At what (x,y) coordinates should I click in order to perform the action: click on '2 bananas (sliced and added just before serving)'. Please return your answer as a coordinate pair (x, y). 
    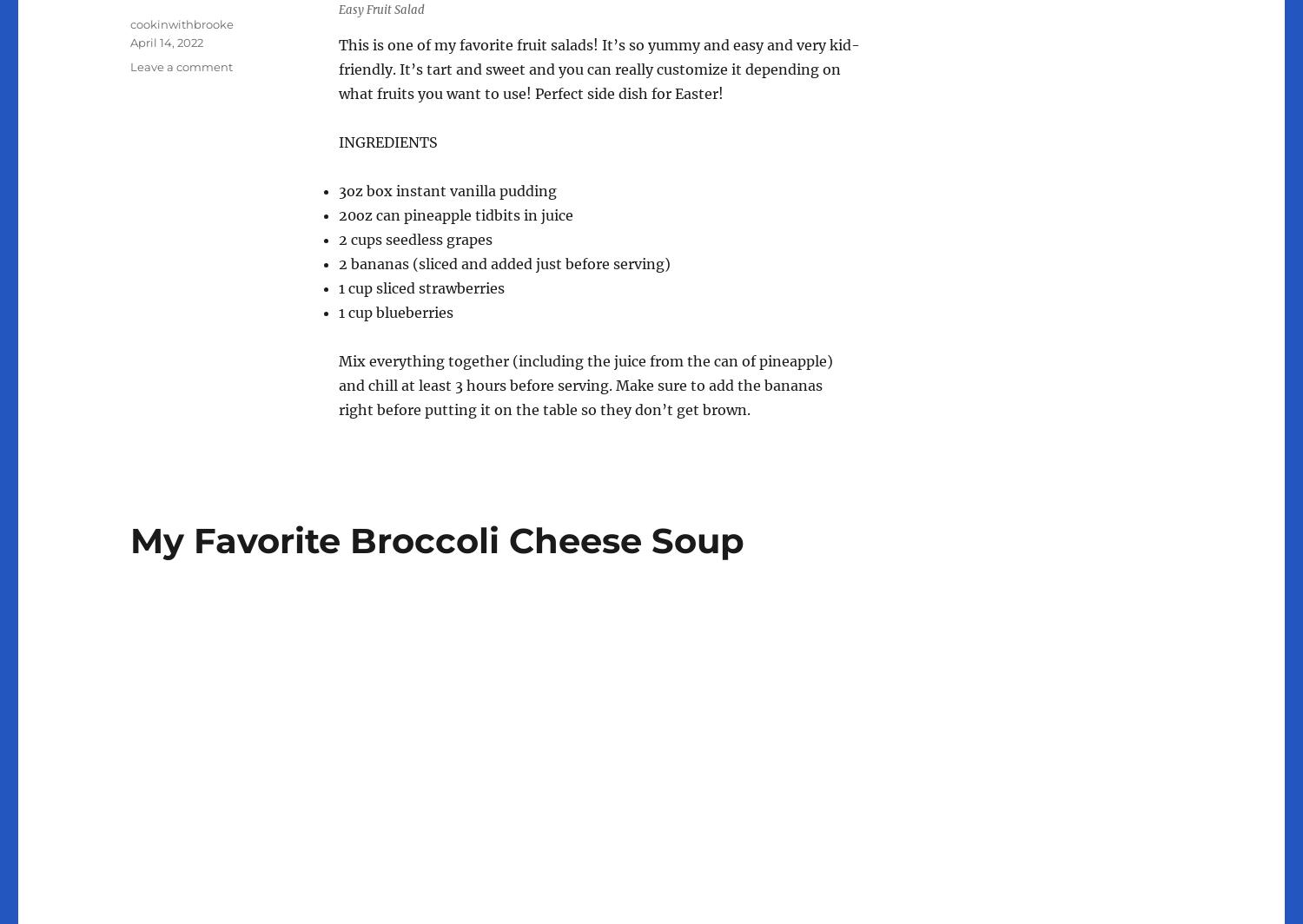
    Looking at the image, I should click on (503, 263).